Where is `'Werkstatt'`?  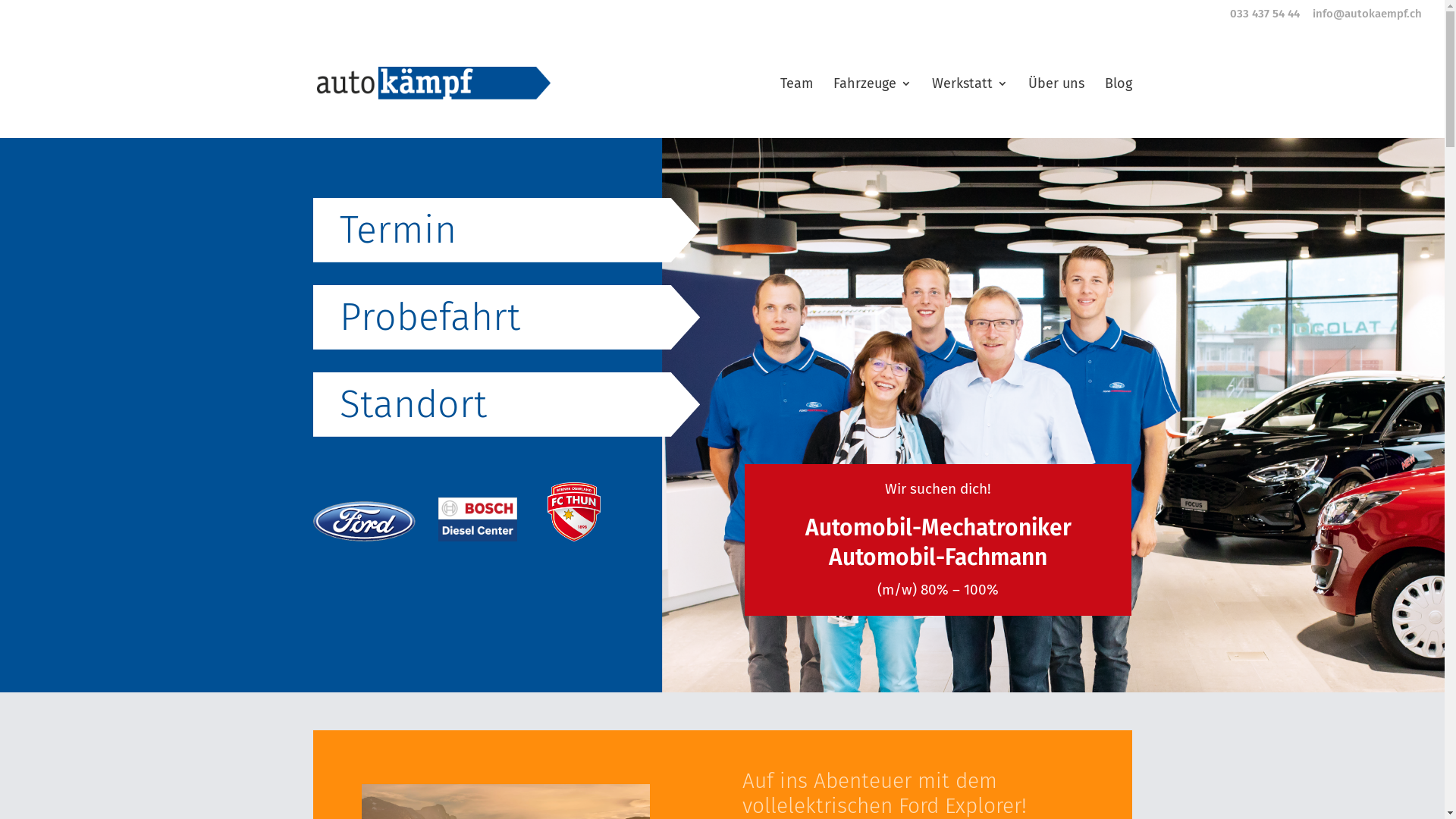
'Werkstatt' is located at coordinates (930, 106).